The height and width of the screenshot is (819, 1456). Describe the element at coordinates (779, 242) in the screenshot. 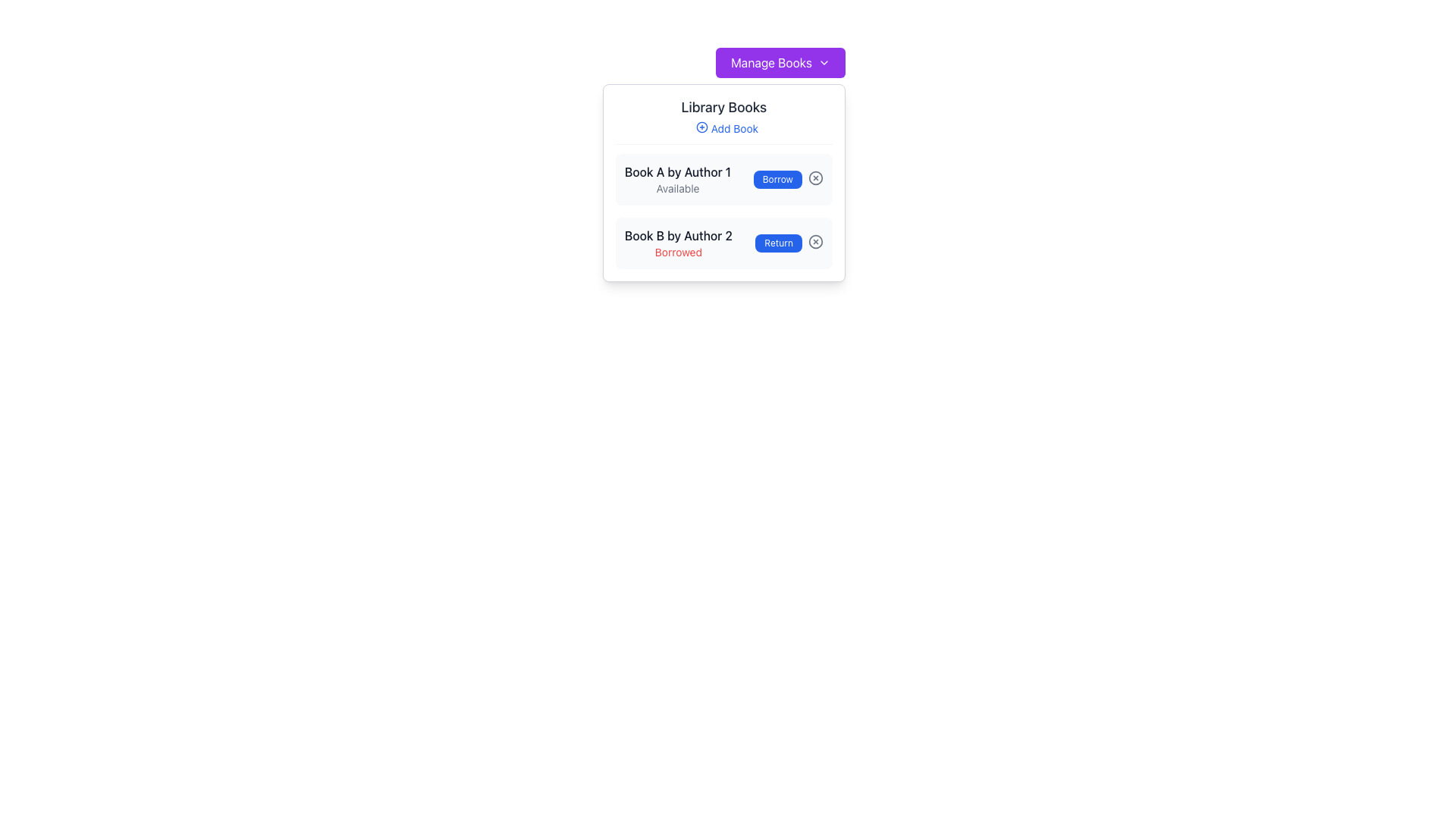

I see `the blue 'Return' button with rounded corners located in the second row under the 'Library Books' card, positioned to the right of 'Book B by Author 2' and left of the circular 'X' icon` at that location.